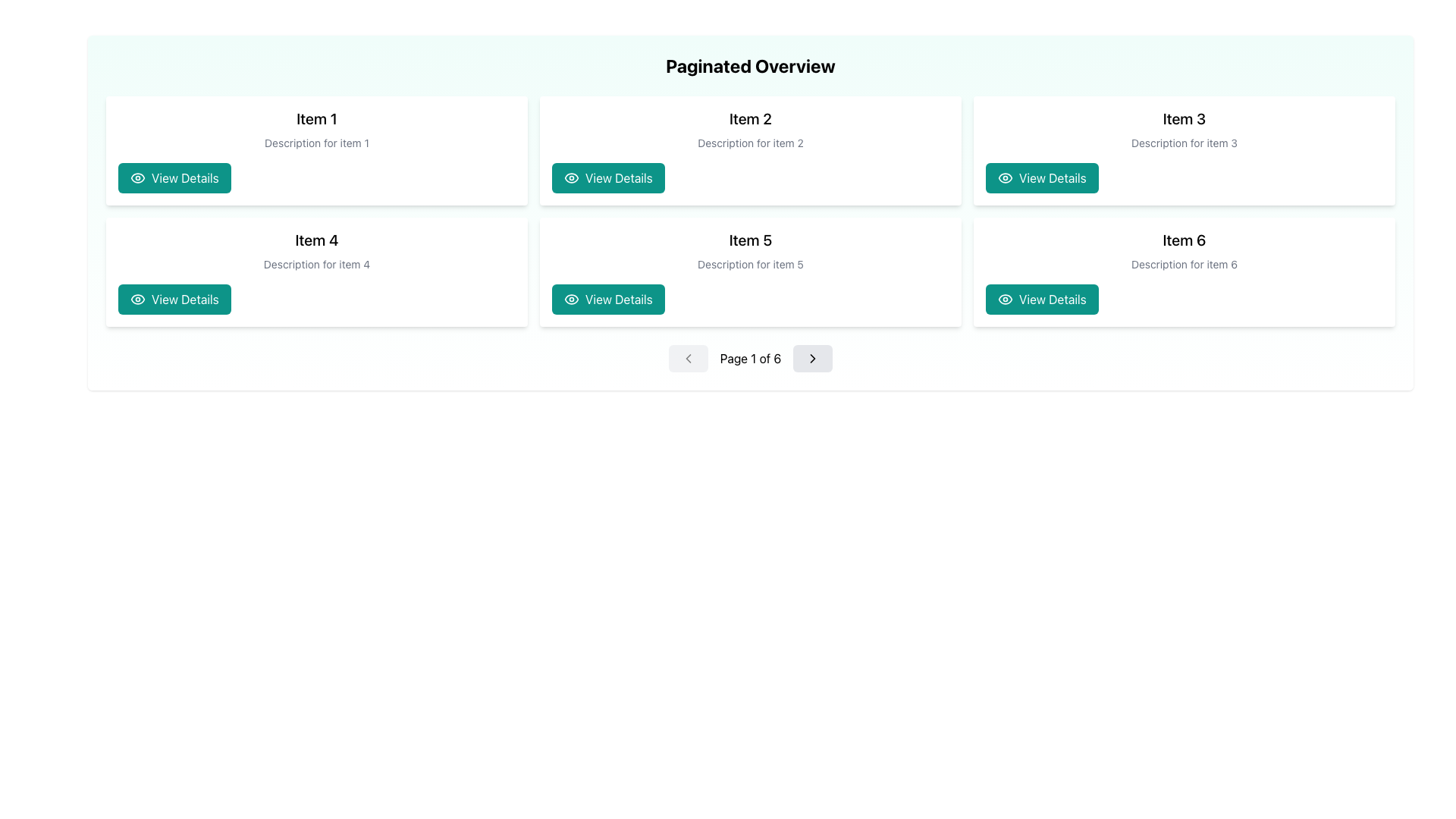 The width and height of the screenshot is (1456, 819). What do you see at coordinates (138, 177) in the screenshot?
I see `the eye-icon located at the leftmost side of the 'View Details' button` at bounding box center [138, 177].